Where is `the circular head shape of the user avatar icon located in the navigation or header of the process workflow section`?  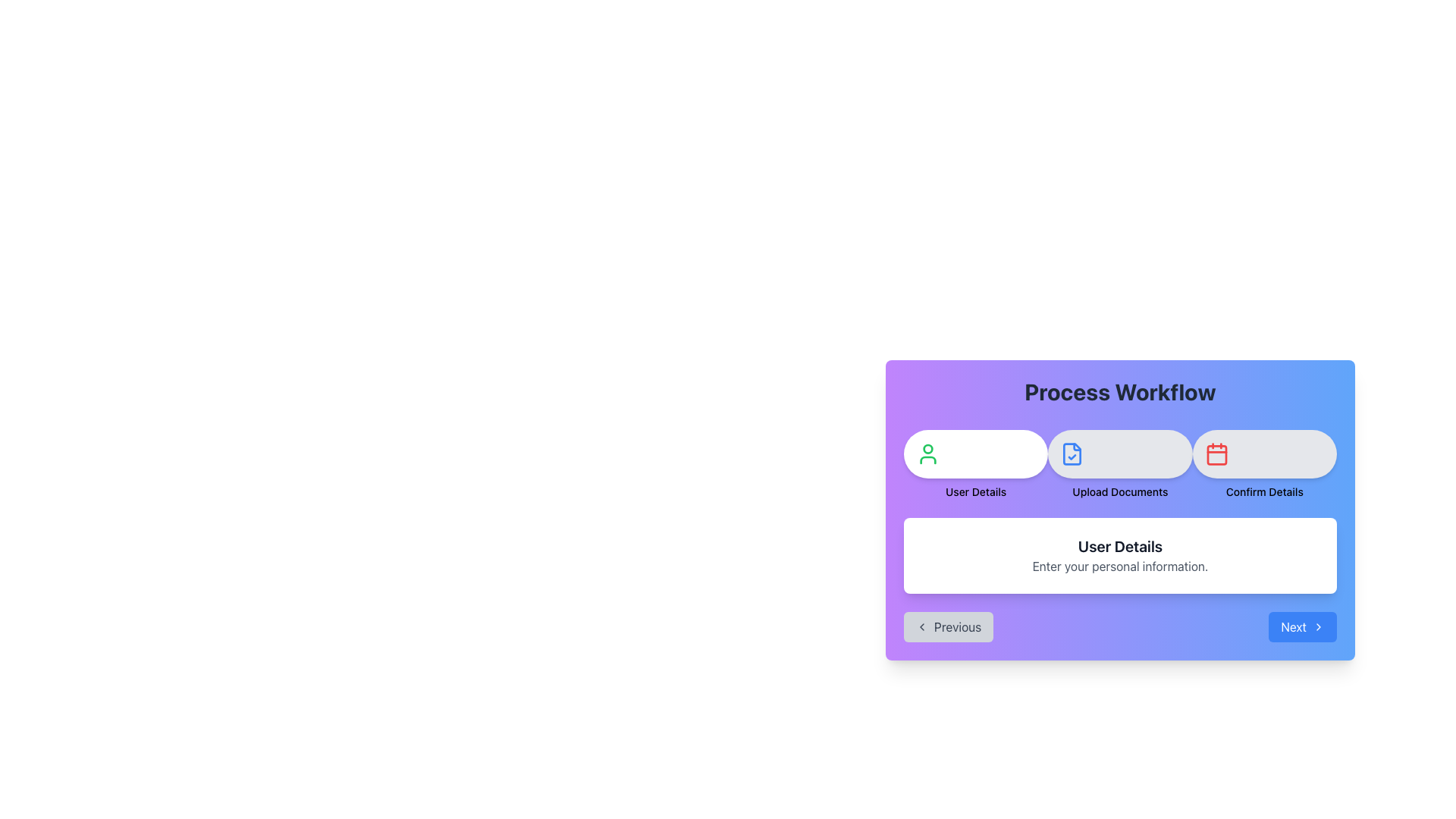
the circular head shape of the user avatar icon located in the navigation or header of the process workflow section is located at coordinates (927, 447).